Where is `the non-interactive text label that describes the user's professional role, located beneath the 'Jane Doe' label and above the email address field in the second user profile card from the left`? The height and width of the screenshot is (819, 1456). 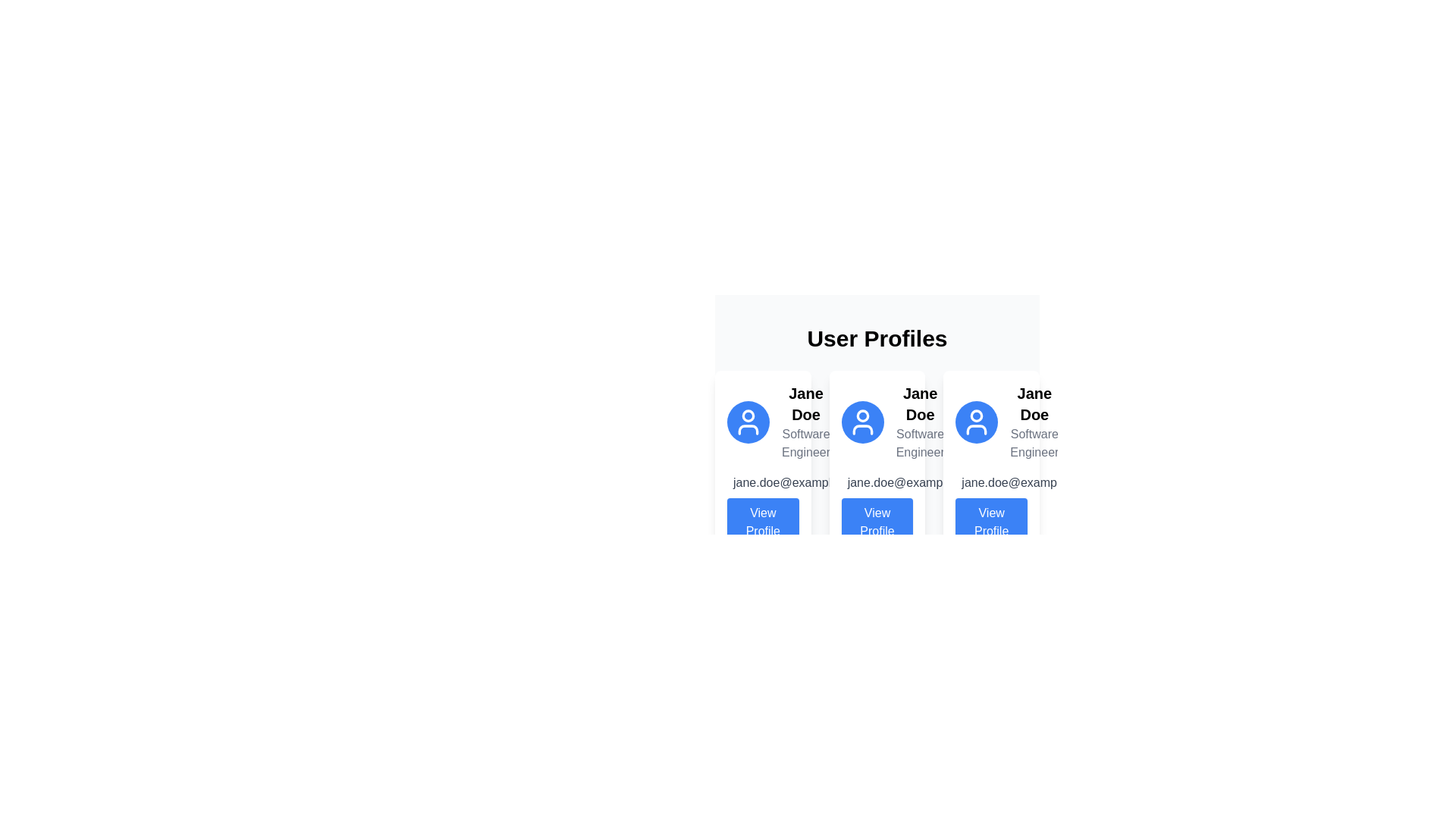
the non-interactive text label that describes the user's professional role, located beneath the 'Jane Doe' label and above the email address field in the second user profile card from the left is located at coordinates (919, 444).